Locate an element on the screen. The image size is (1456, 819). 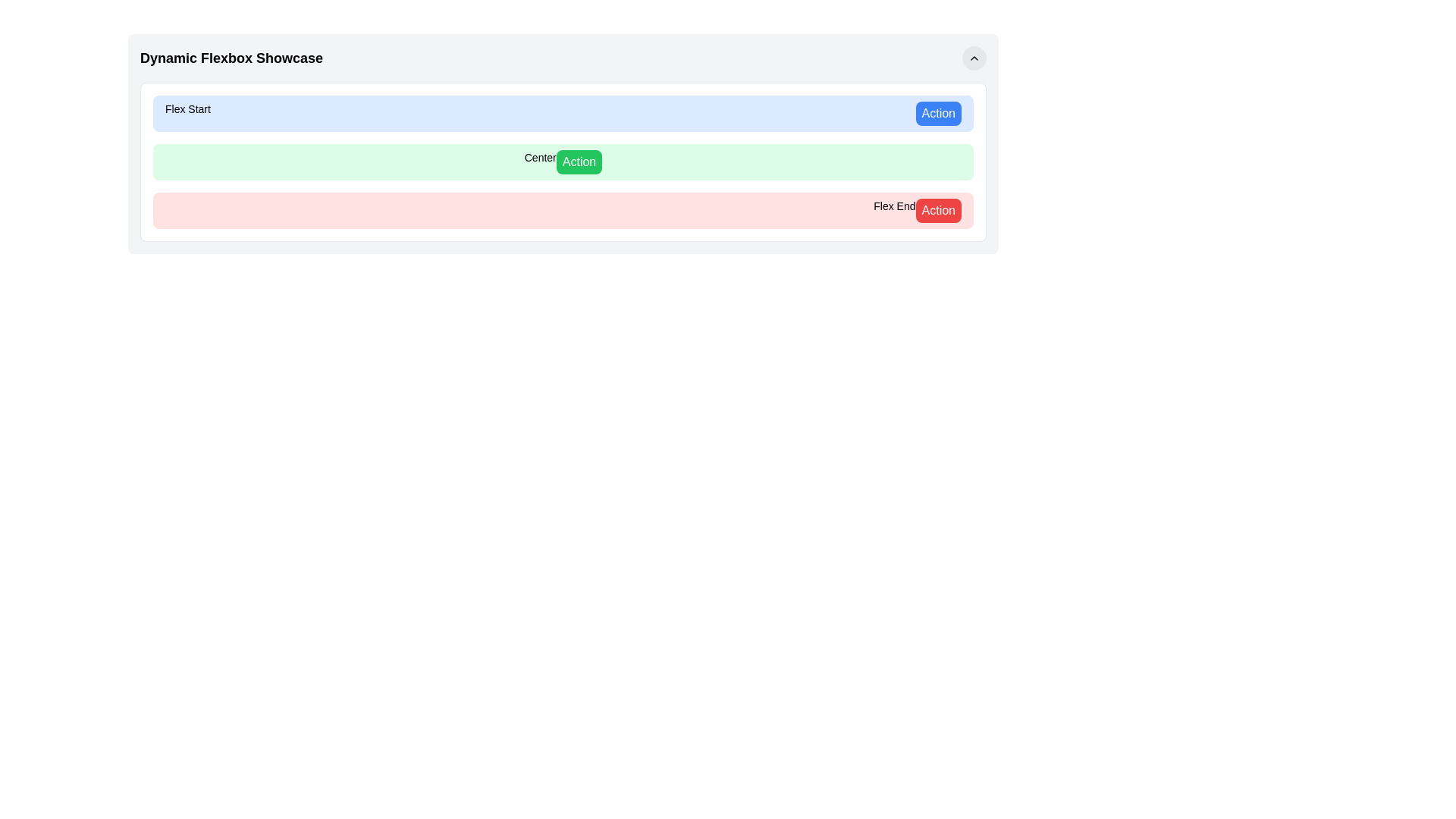
the button located immediately to the right of the text 'Center' within the second flexbox section is located at coordinates (578, 162).